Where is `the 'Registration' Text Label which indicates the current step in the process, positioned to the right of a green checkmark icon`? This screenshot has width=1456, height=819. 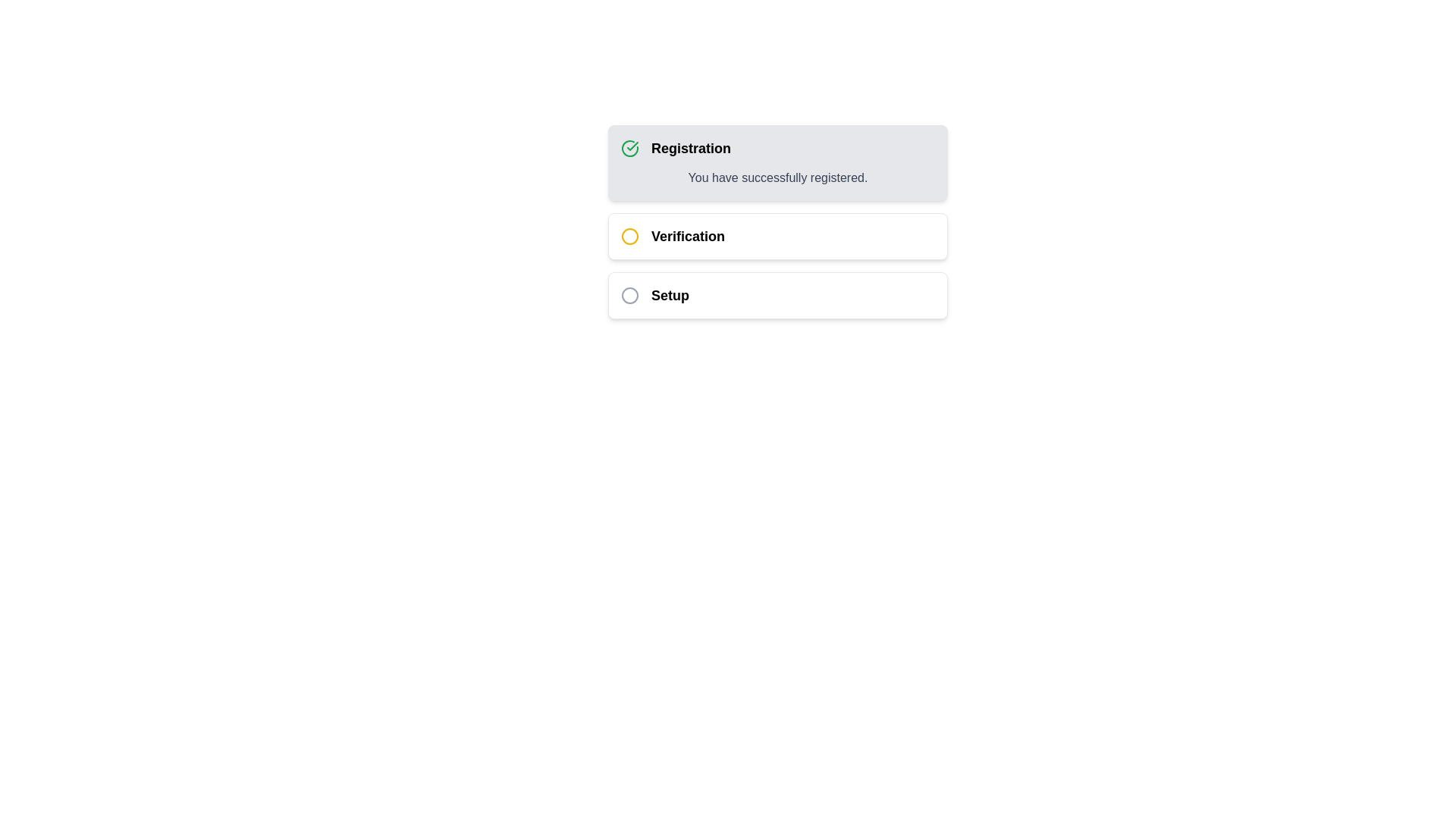 the 'Registration' Text Label which indicates the current step in the process, positioned to the right of a green checkmark icon is located at coordinates (690, 149).